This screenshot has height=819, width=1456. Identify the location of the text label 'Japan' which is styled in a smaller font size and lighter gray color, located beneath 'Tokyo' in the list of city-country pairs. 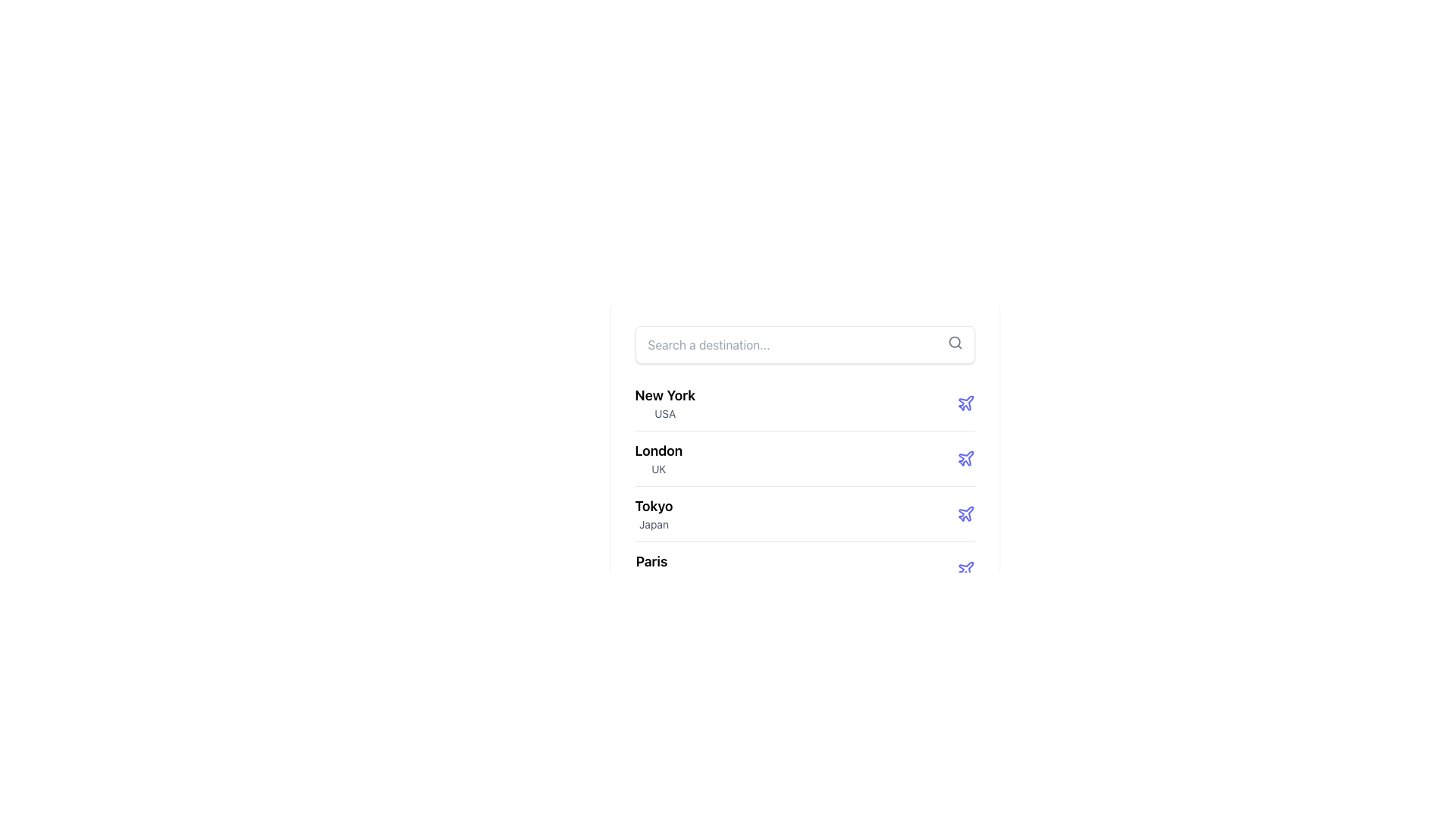
(654, 523).